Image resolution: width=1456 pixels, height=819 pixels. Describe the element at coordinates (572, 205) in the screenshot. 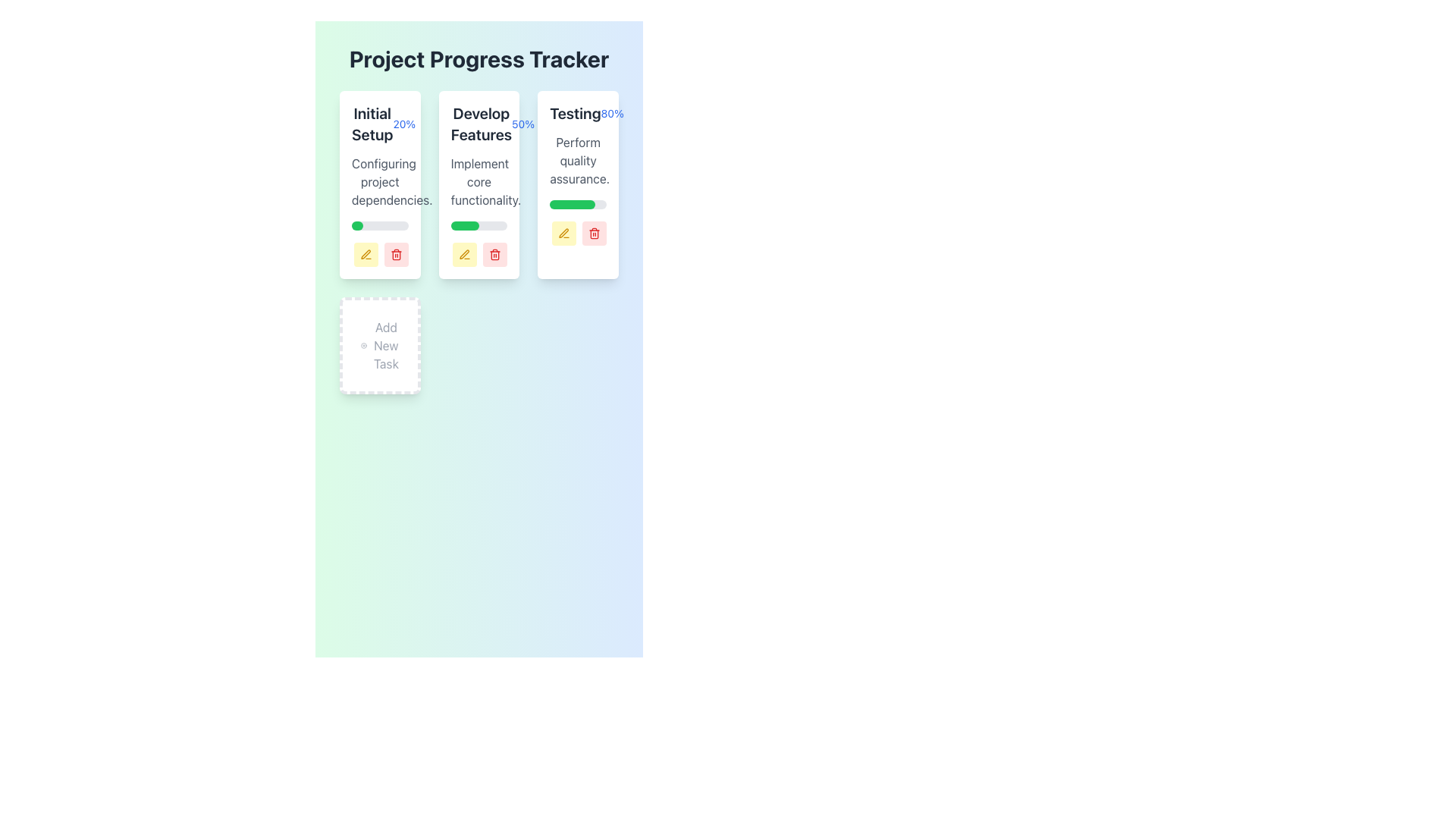

I see `the graphical representation of the green progress bar filler segment within the 'Testing' section of the task management interface` at that location.